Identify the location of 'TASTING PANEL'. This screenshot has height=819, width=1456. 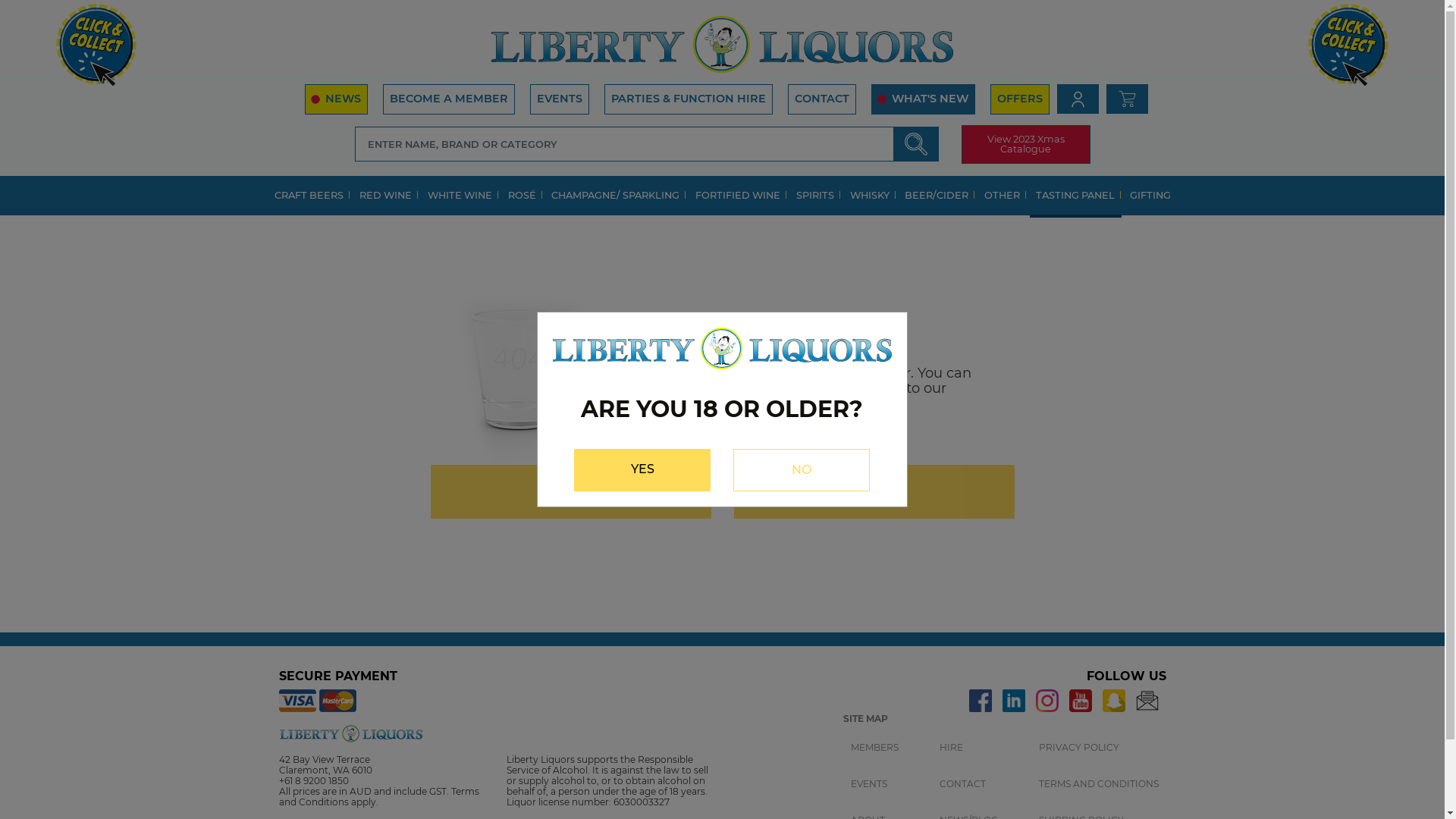
(1075, 196).